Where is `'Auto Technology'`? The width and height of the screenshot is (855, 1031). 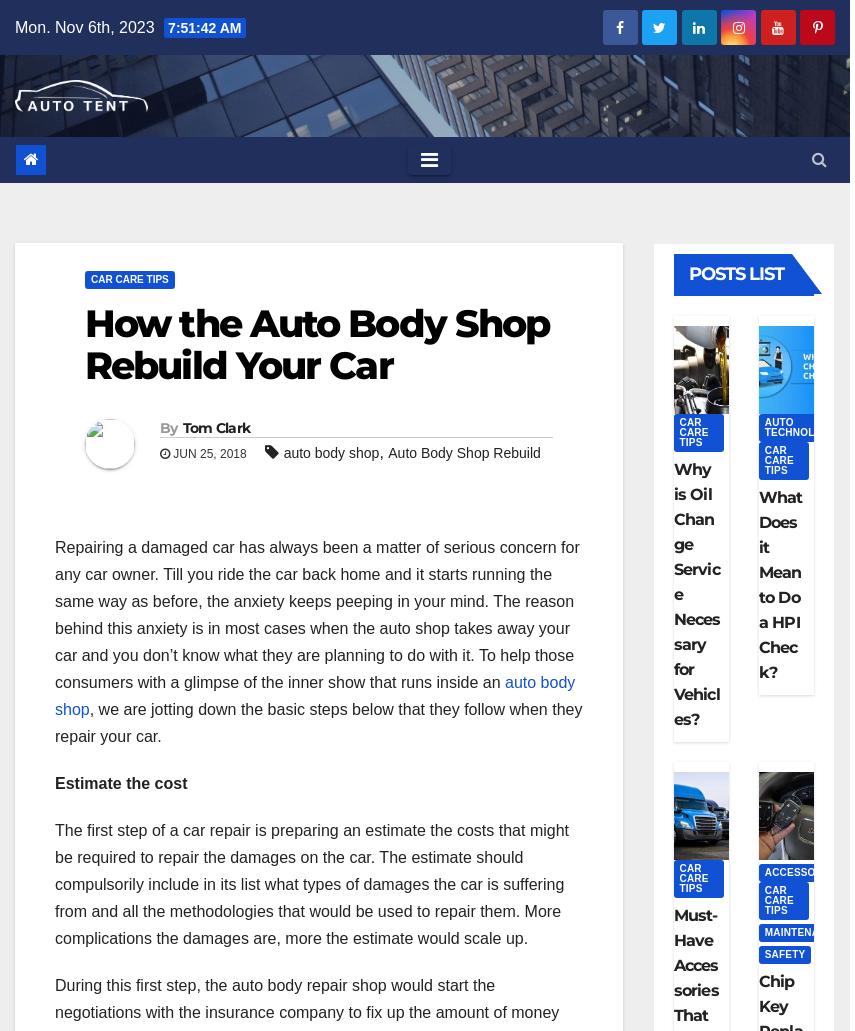
'Auto Technology' is located at coordinates (800, 427).